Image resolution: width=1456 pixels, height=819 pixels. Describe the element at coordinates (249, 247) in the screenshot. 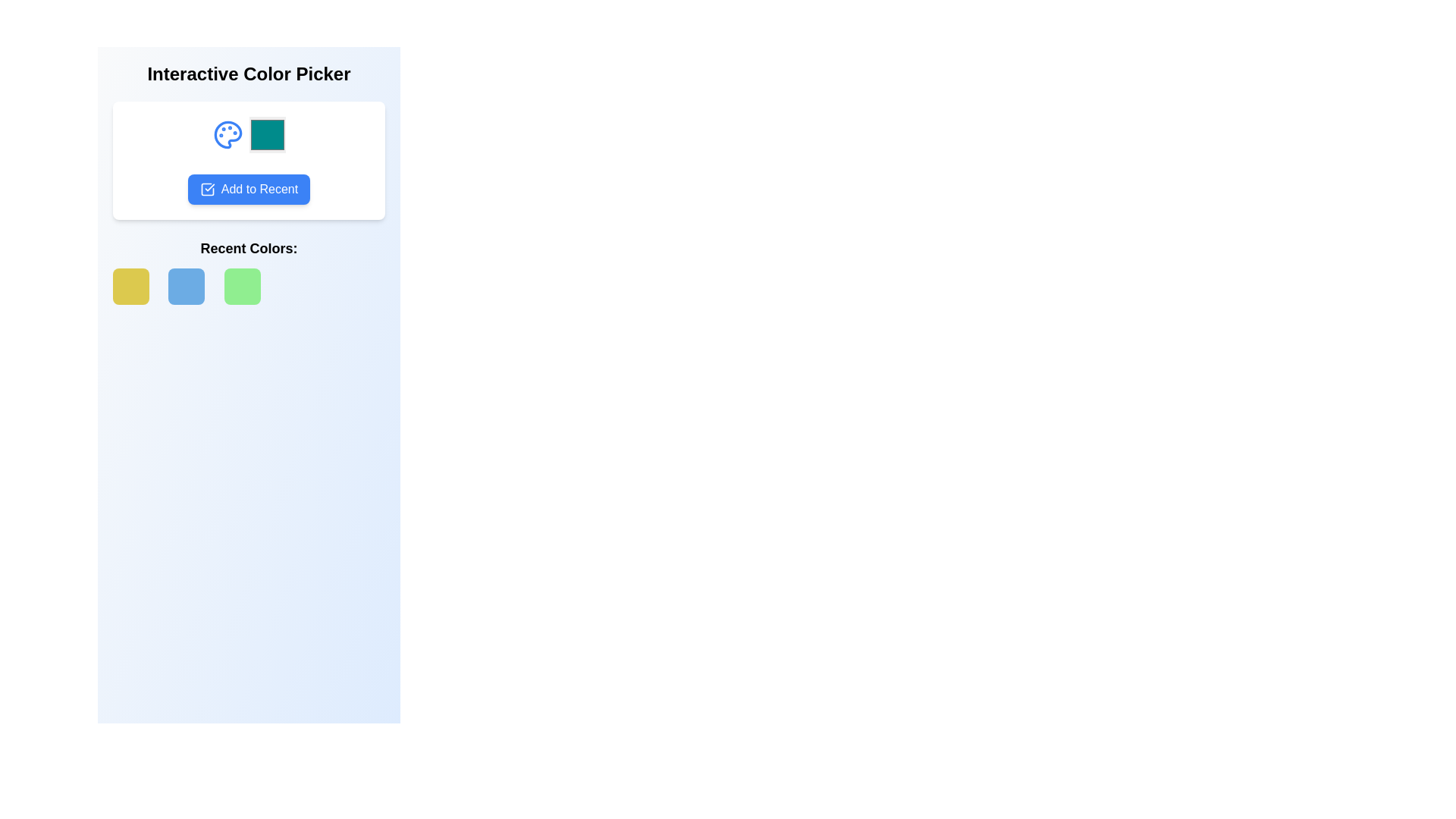

I see `the text header labeled 'Recent Colors:' which is styled in bold and larger size, located just above the color squares grid` at that location.